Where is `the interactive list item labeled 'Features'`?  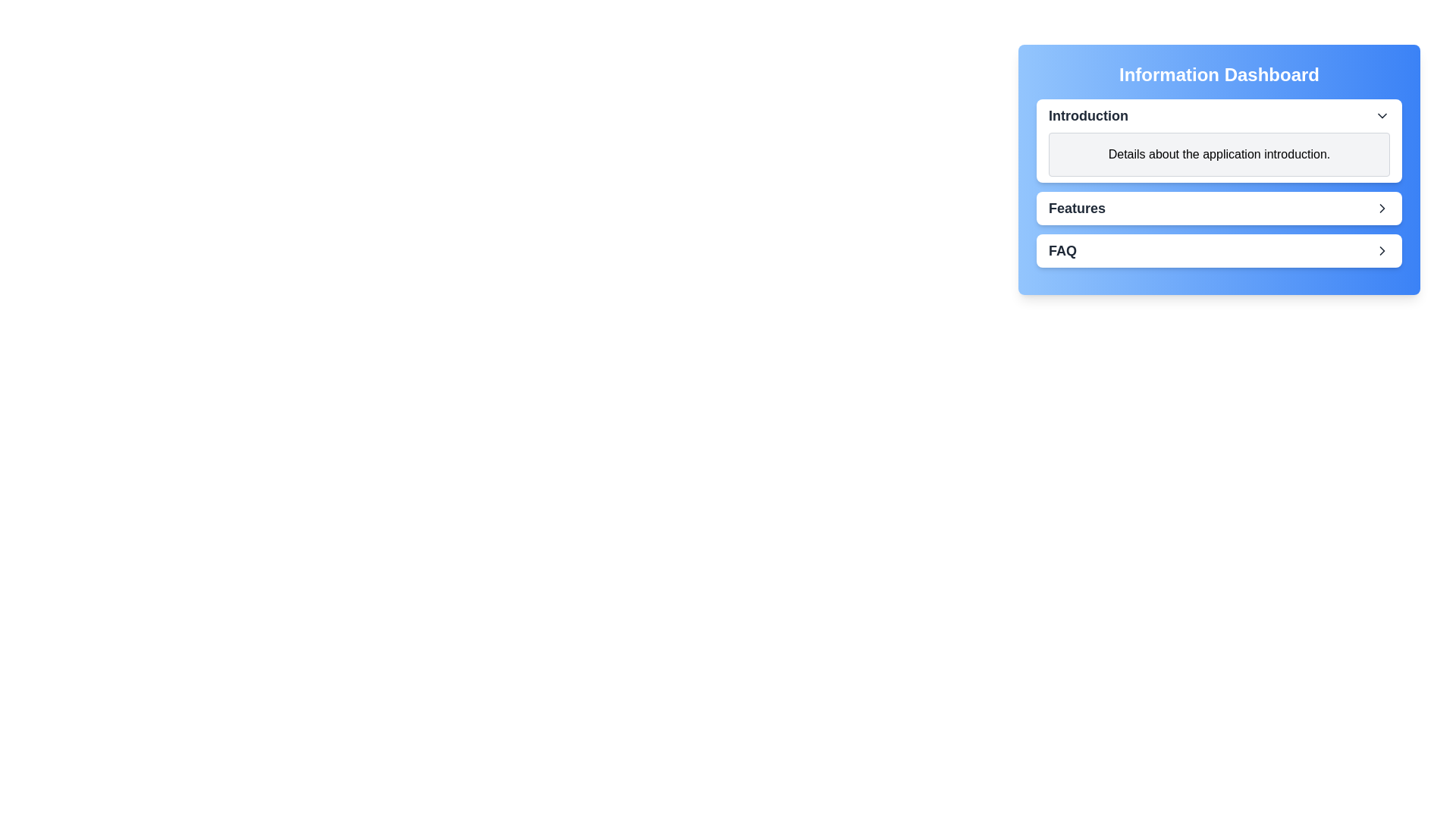 the interactive list item labeled 'Features' is located at coordinates (1219, 208).